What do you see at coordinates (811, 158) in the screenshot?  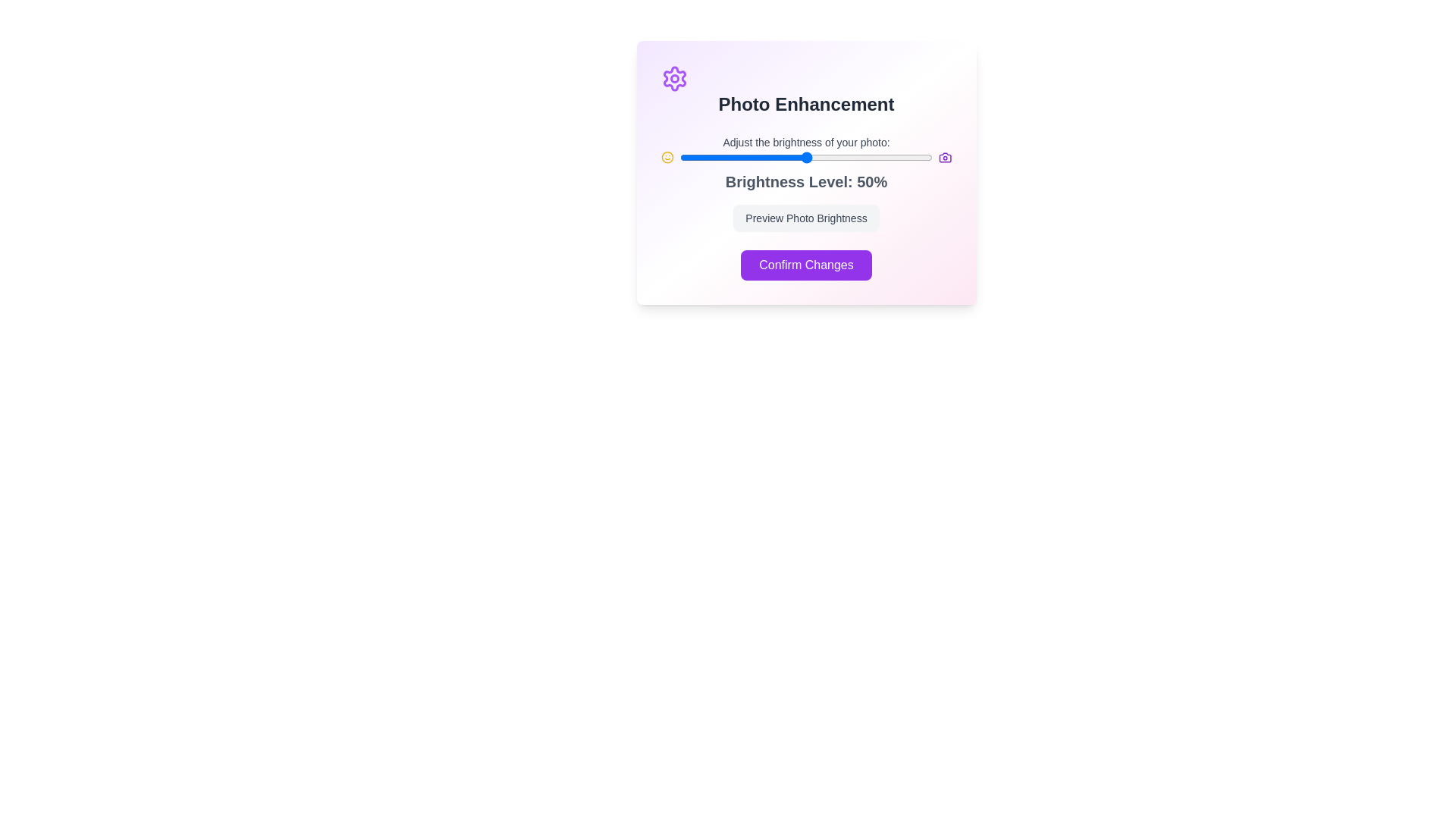 I see `the brightness level to 52% by adjusting the slider` at bounding box center [811, 158].